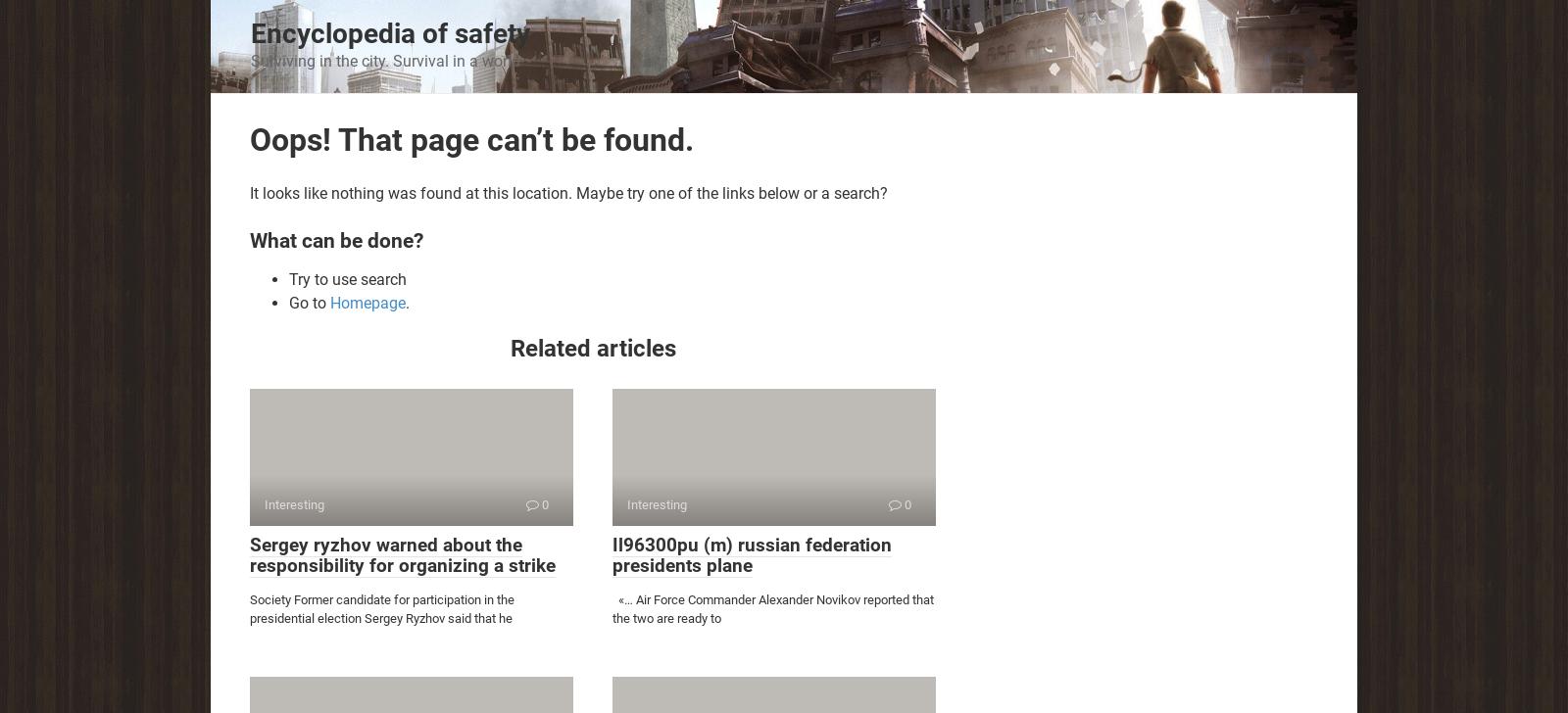 The image size is (1568, 713). I want to click on 'Related articles', so click(509, 347).